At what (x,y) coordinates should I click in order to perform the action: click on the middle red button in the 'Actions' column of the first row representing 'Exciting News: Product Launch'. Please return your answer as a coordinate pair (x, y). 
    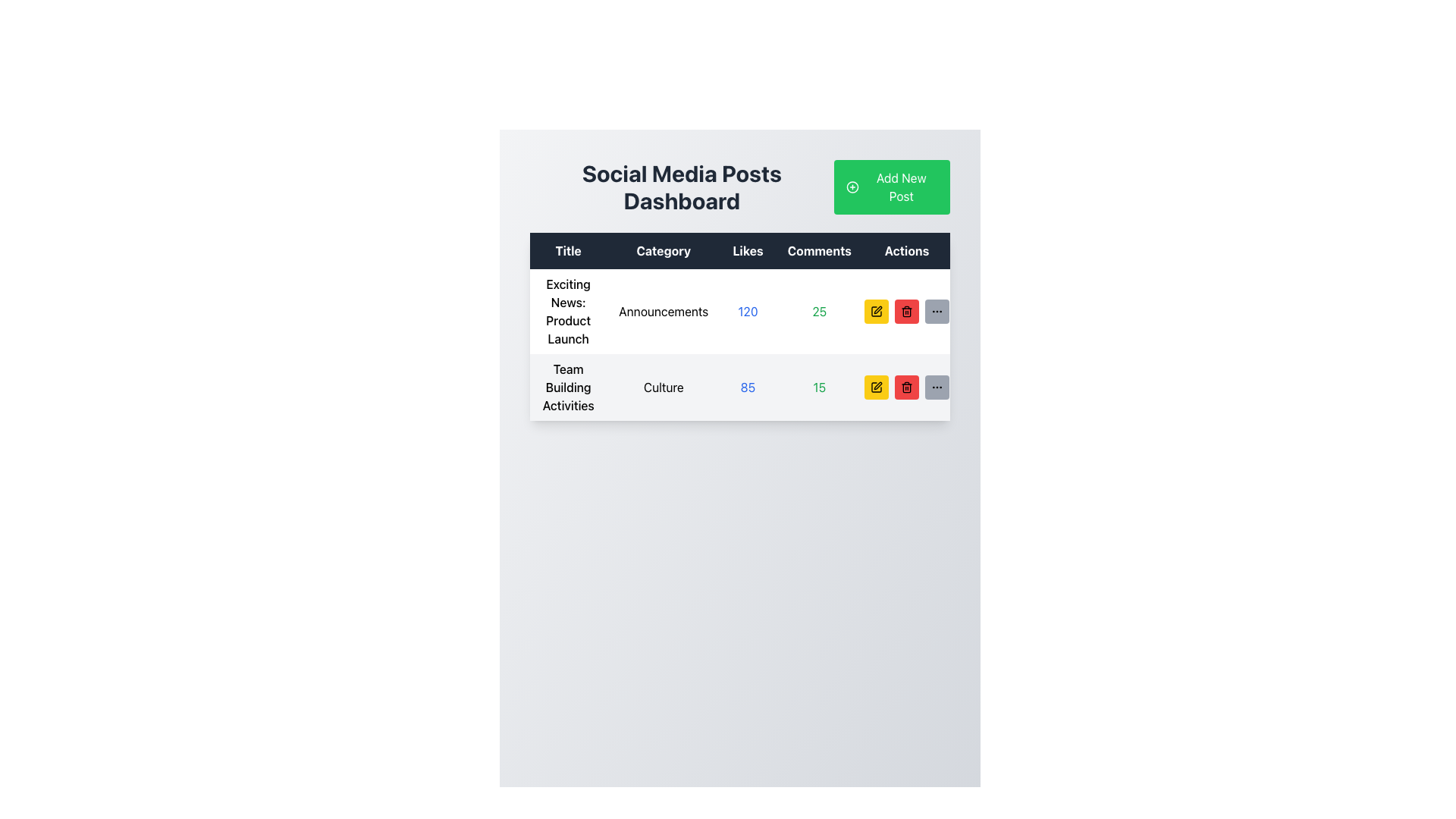
    Looking at the image, I should click on (906, 311).